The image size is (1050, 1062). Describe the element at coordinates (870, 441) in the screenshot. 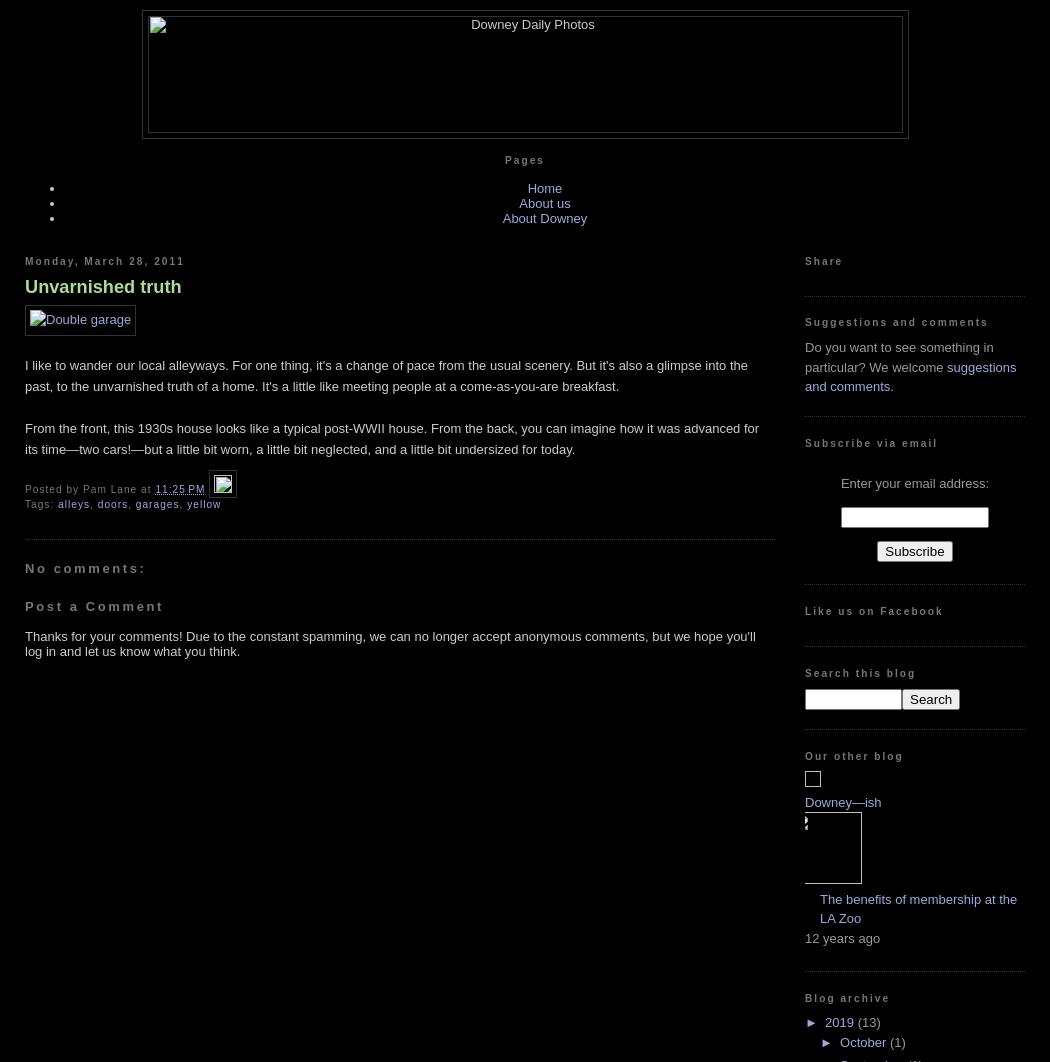

I see `'Subscribe via email'` at that location.